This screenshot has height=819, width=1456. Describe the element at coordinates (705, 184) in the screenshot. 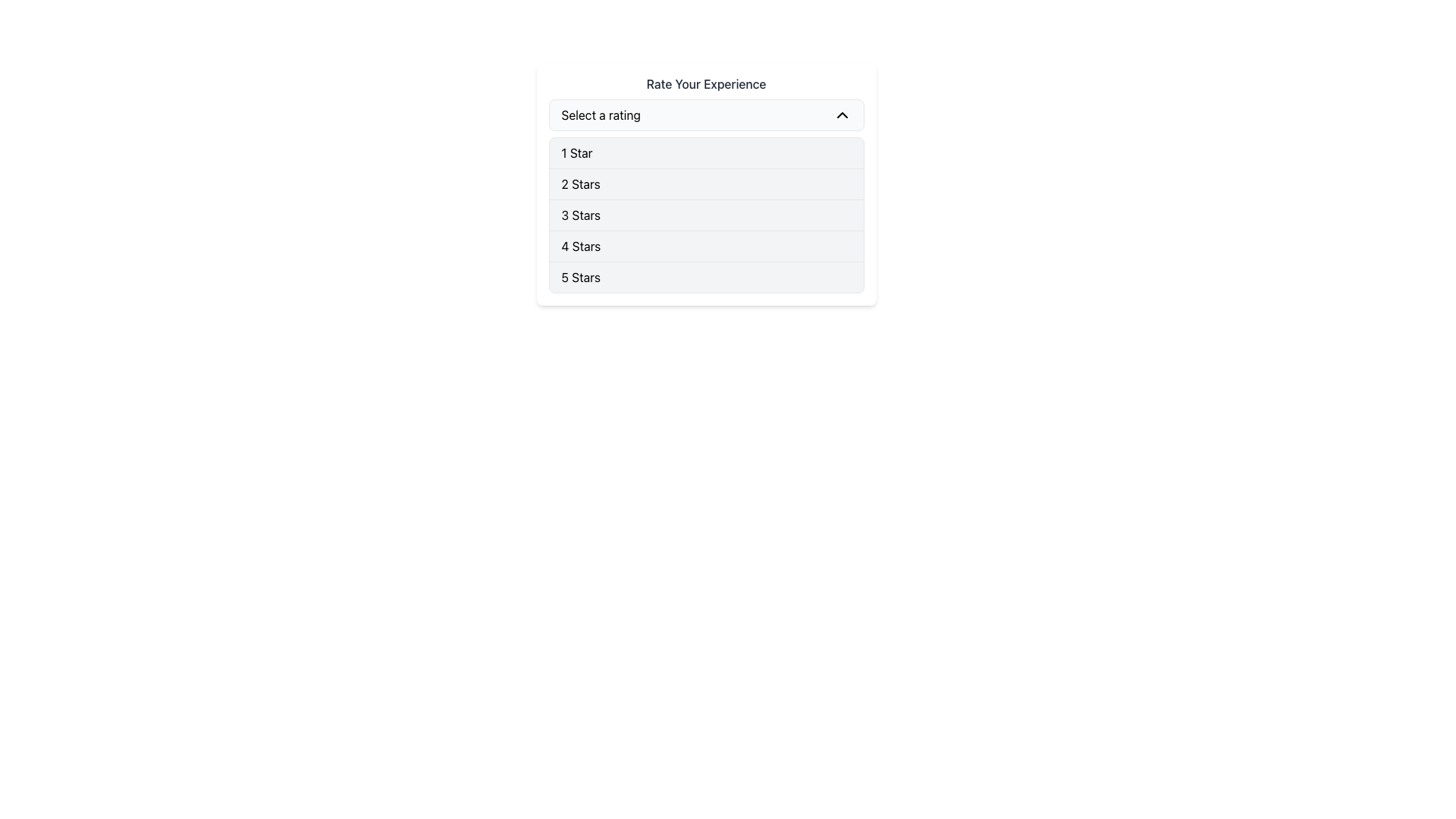

I see `the '2 Stars' option in the dropdown menu styled with a white background and rounded corners` at that location.